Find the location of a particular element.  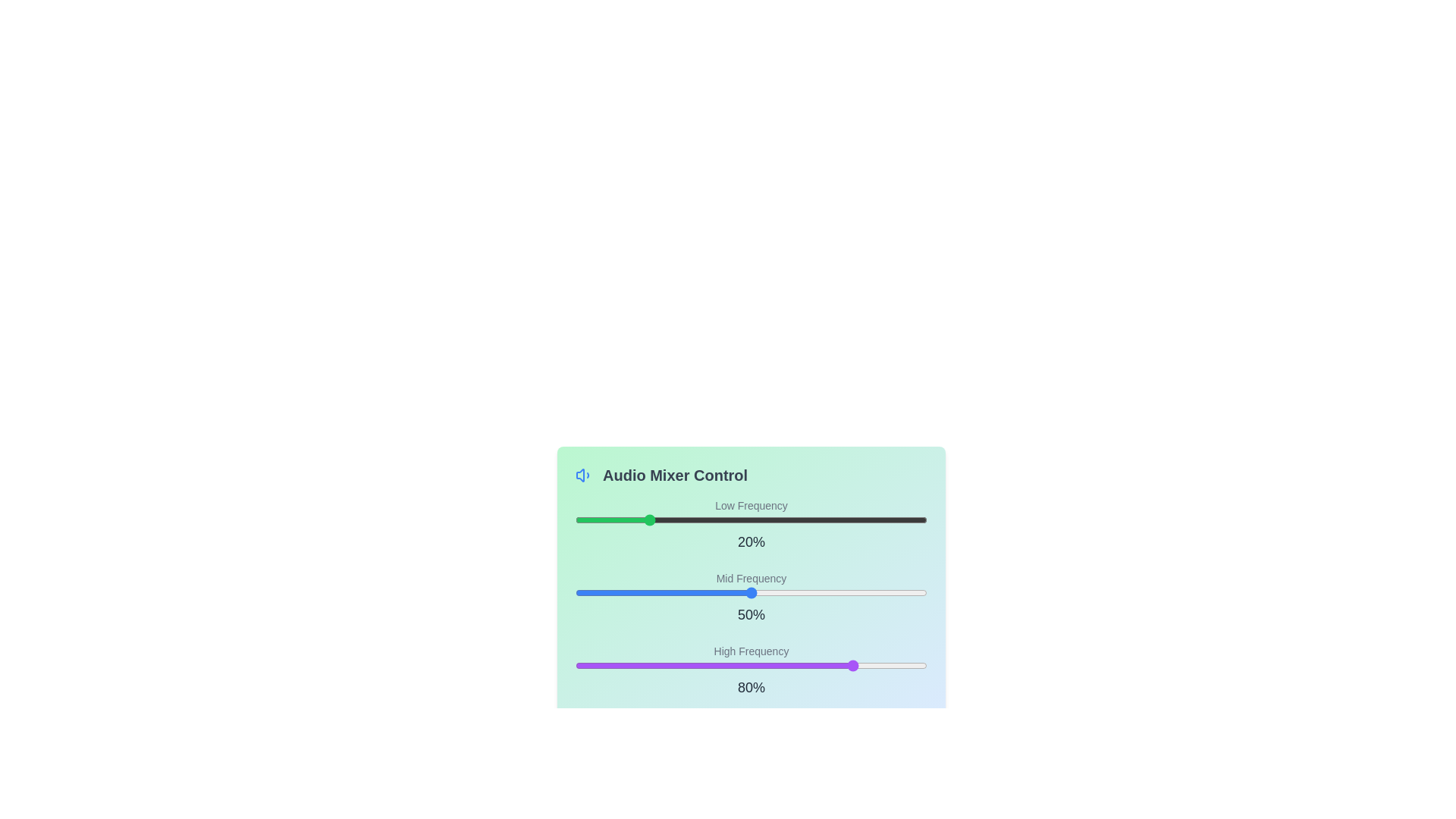

the 'High Frequency' slider is located at coordinates (733, 665).